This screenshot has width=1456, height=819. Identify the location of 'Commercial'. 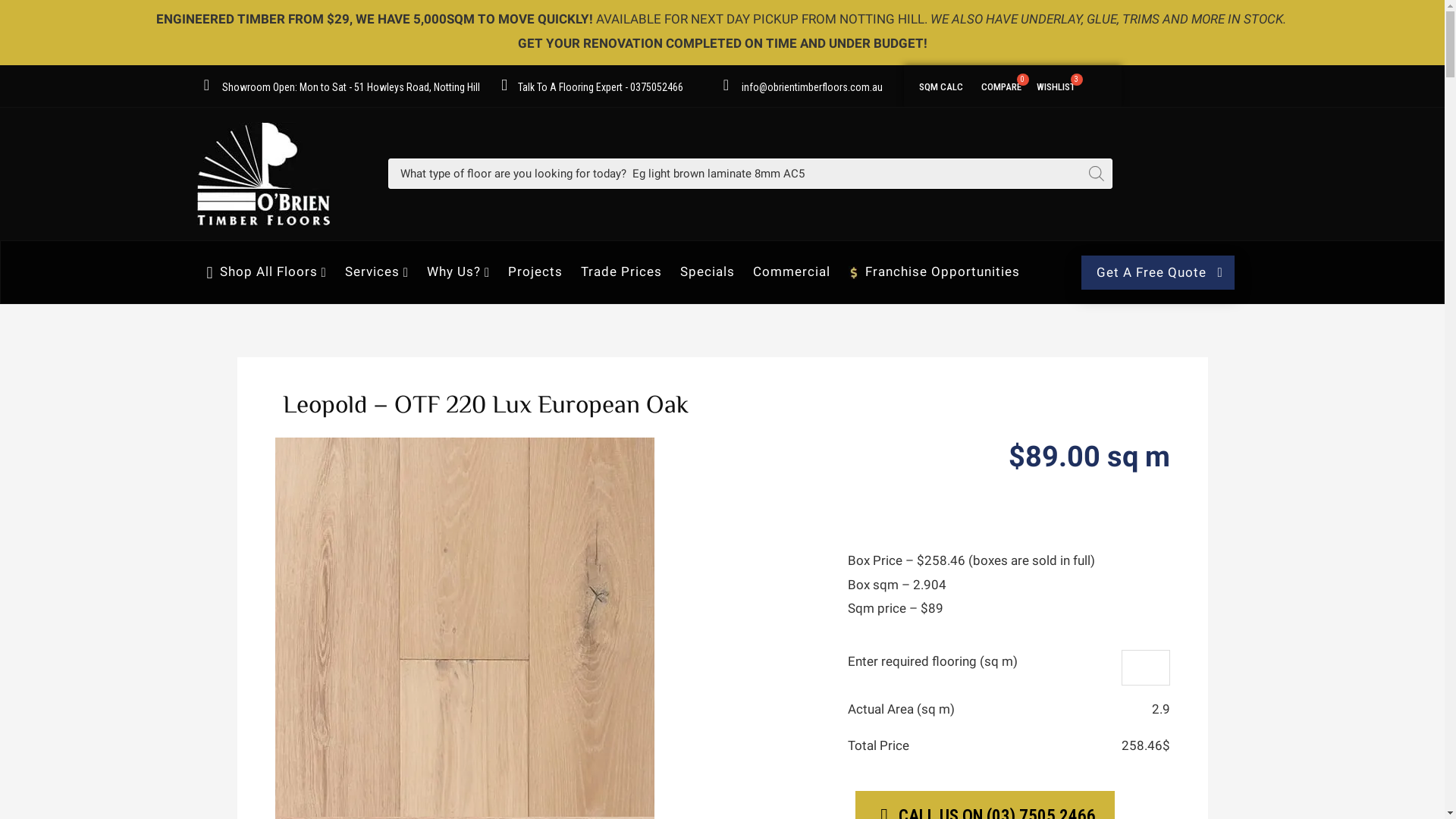
(790, 271).